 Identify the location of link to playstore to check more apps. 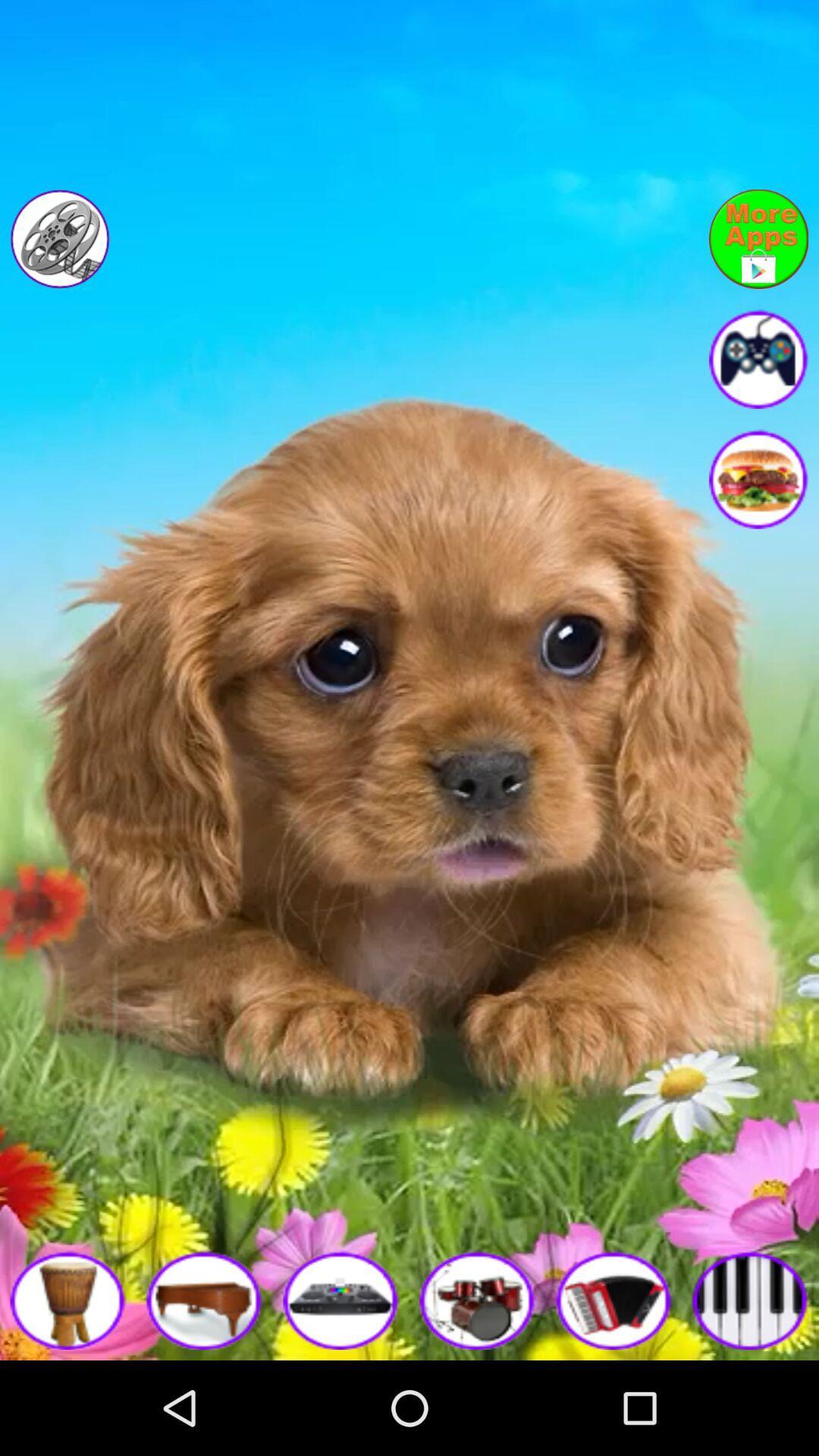
(758, 238).